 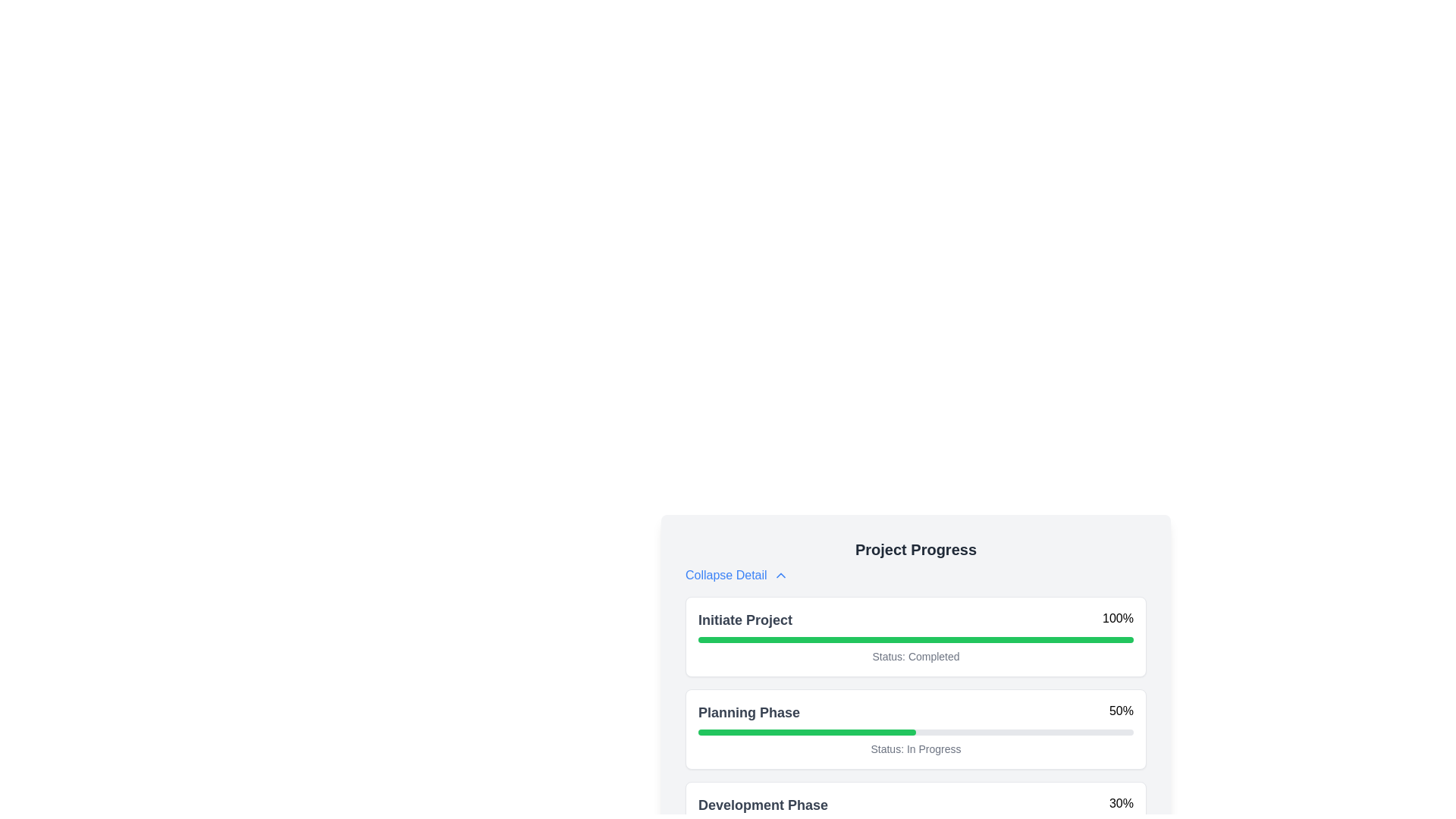 What do you see at coordinates (763, 804) in the screenshot?
I see `the non-interactive text label indicating the specific development phase of the project located in the 'Project Progress' section, below 'Planning Phase' and to the left of the '30%' progress indicator` at bounding box center [763, 804].